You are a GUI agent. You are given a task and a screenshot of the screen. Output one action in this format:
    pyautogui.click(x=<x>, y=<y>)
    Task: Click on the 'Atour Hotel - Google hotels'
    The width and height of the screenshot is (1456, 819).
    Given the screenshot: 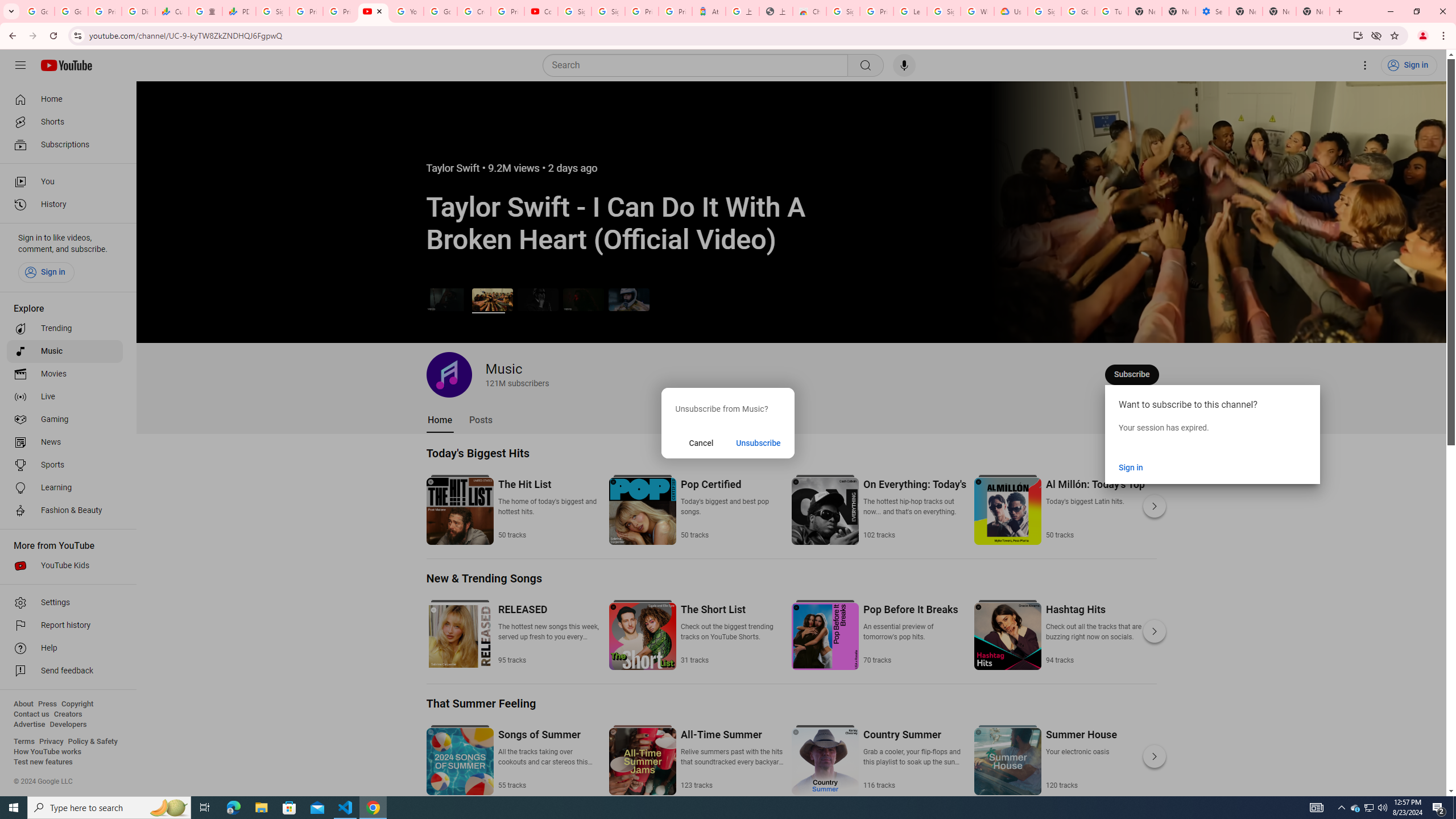 What is the action you would take?
    pyautogui.click(x=709, y=11)
    